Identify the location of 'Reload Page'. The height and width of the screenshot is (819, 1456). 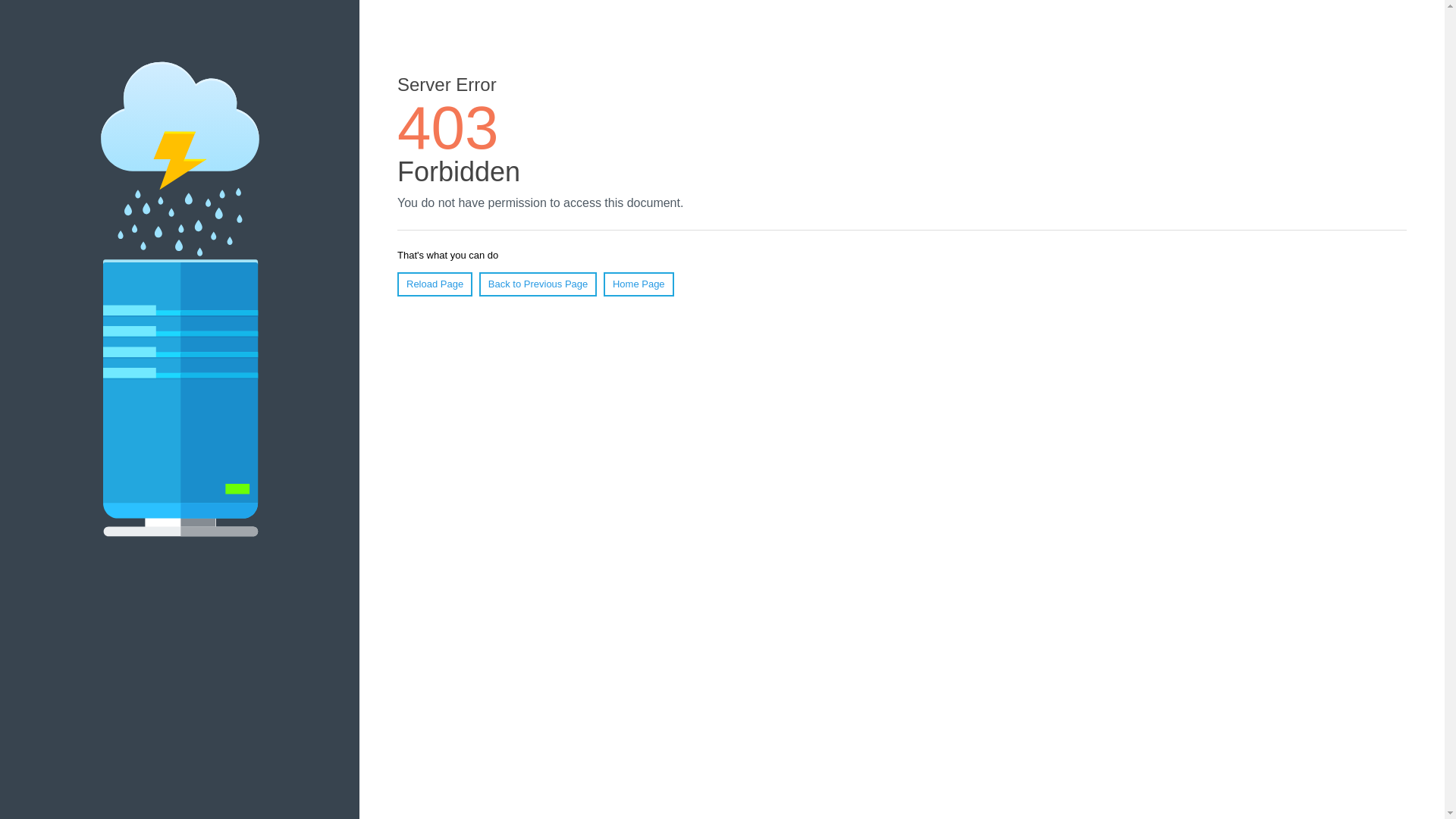
(434, 284).